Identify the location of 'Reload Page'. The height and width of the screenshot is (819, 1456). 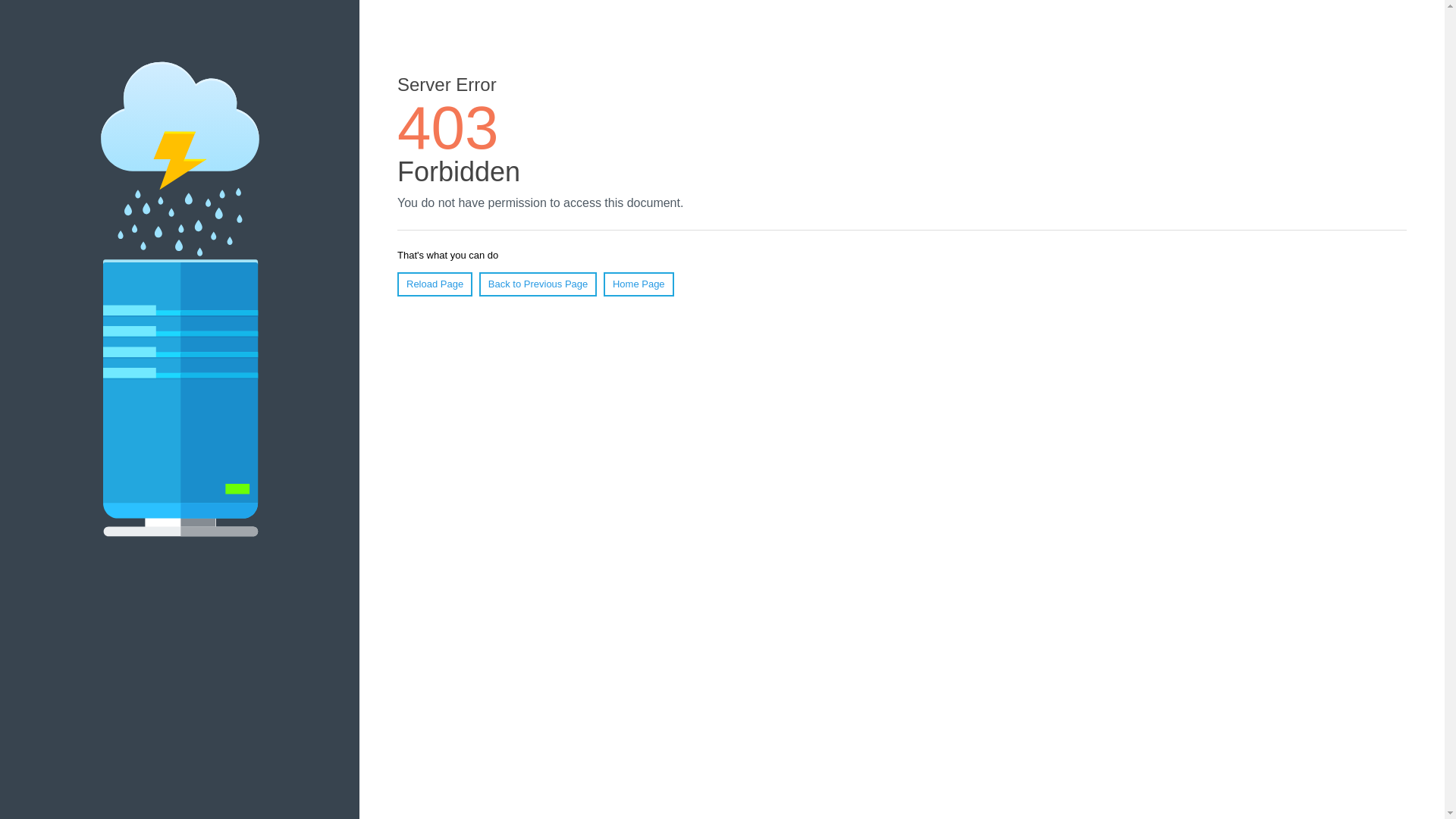
(434, 284).